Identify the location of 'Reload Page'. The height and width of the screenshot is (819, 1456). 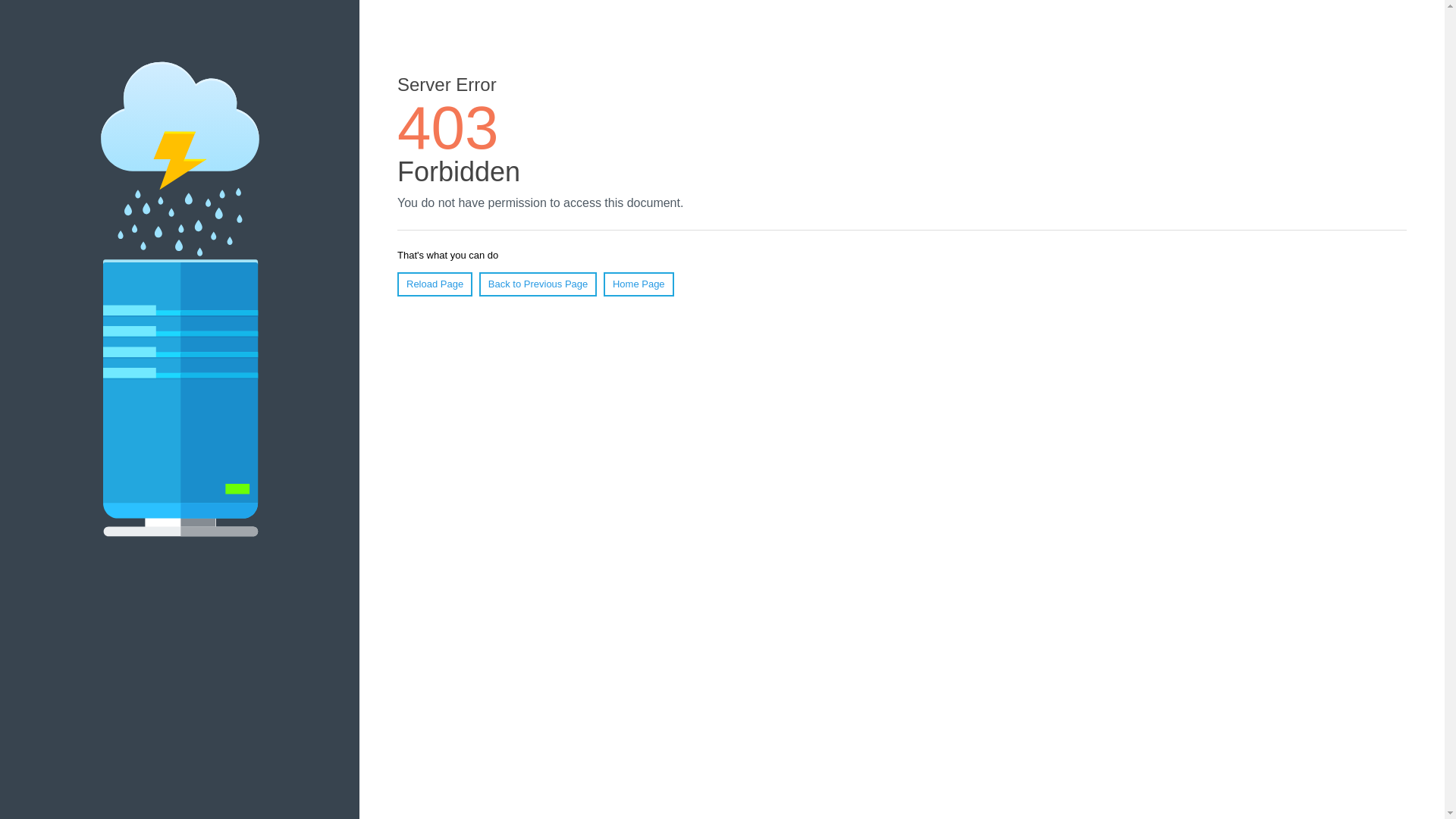
(434, 284).